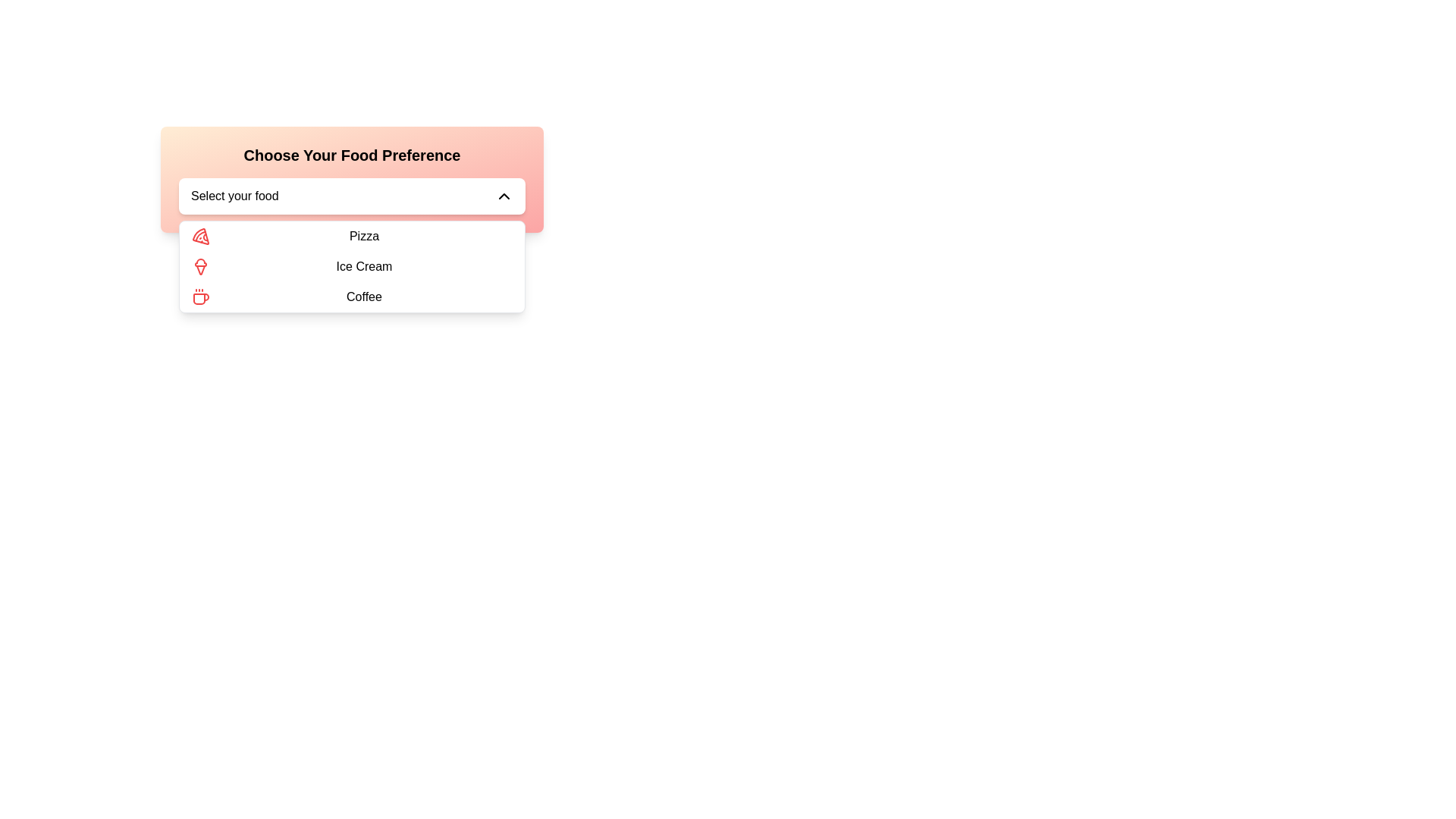  Describe the element at coordinates (199, 297) in the screenshot. I see `the red coffee cup icon located on the left side of the 'Coffee' menu option, which is positioned below the 'Ice Cream' option in the dropdown menu` at that location.